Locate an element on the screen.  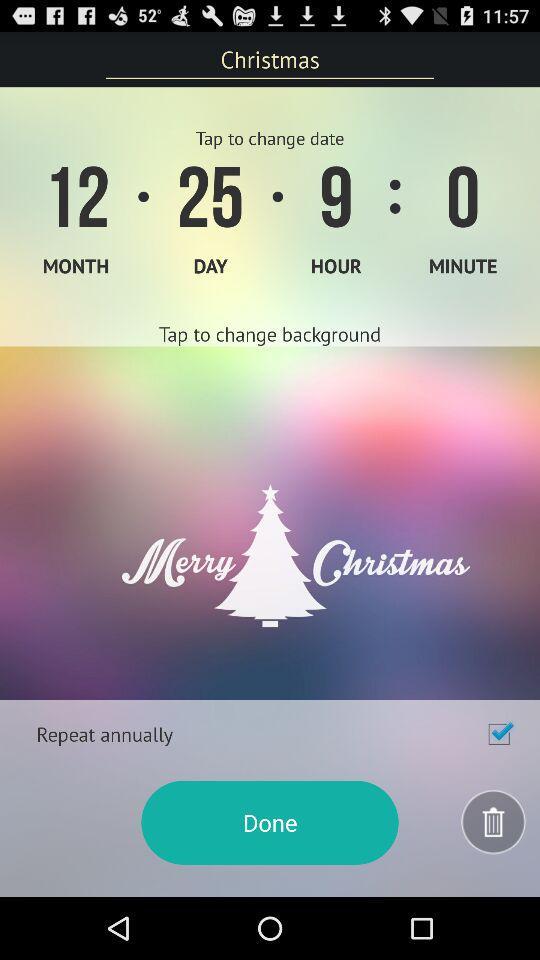
delete option is located at coordinates (493, 822).